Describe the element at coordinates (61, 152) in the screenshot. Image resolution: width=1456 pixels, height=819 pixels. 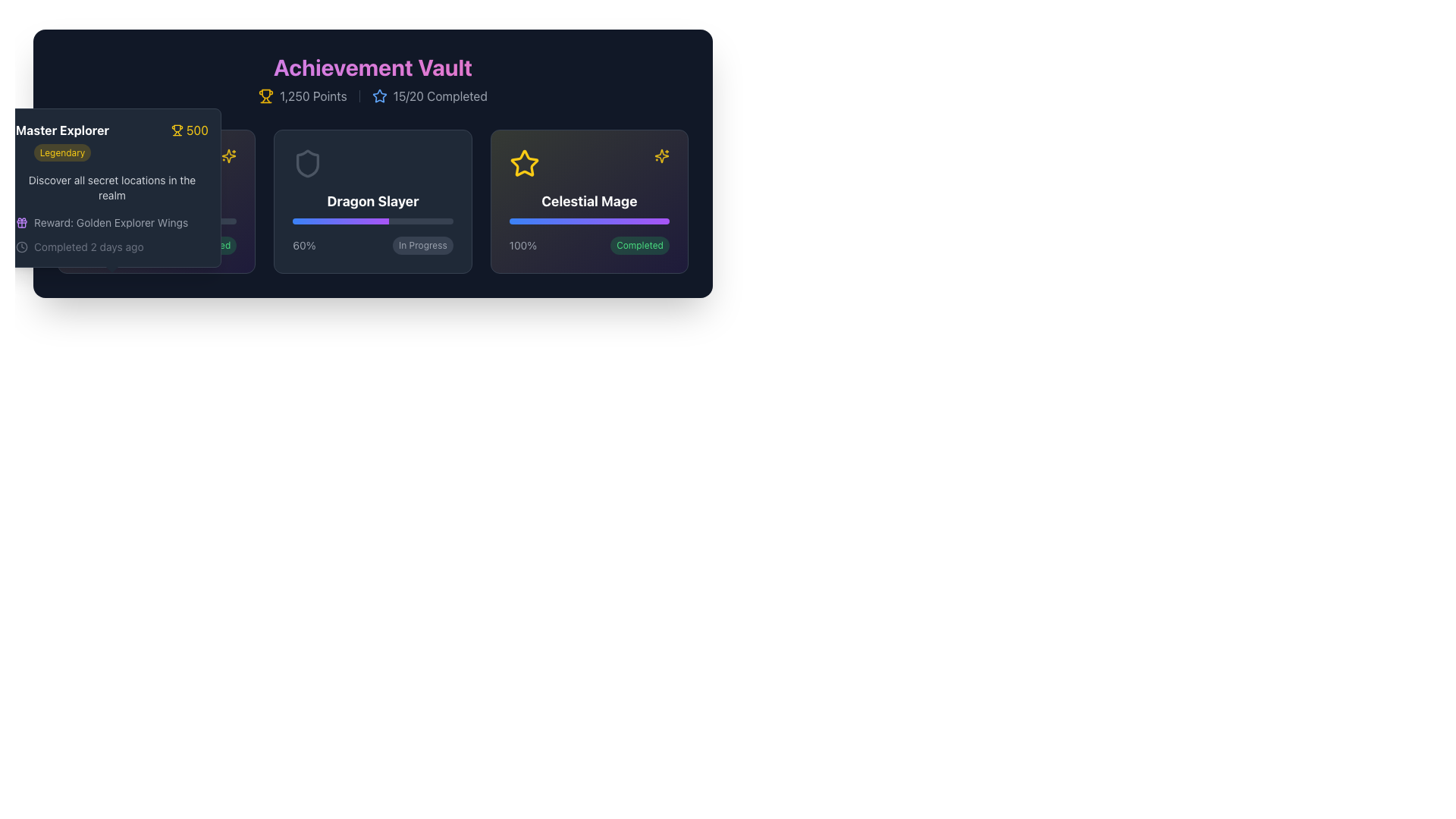
I see `the 'Legendary' status label, which is a small, pill-shaped label with yellow text on a dark semi-transparent background, located beneath the 'Master Explorer' title` at that location.